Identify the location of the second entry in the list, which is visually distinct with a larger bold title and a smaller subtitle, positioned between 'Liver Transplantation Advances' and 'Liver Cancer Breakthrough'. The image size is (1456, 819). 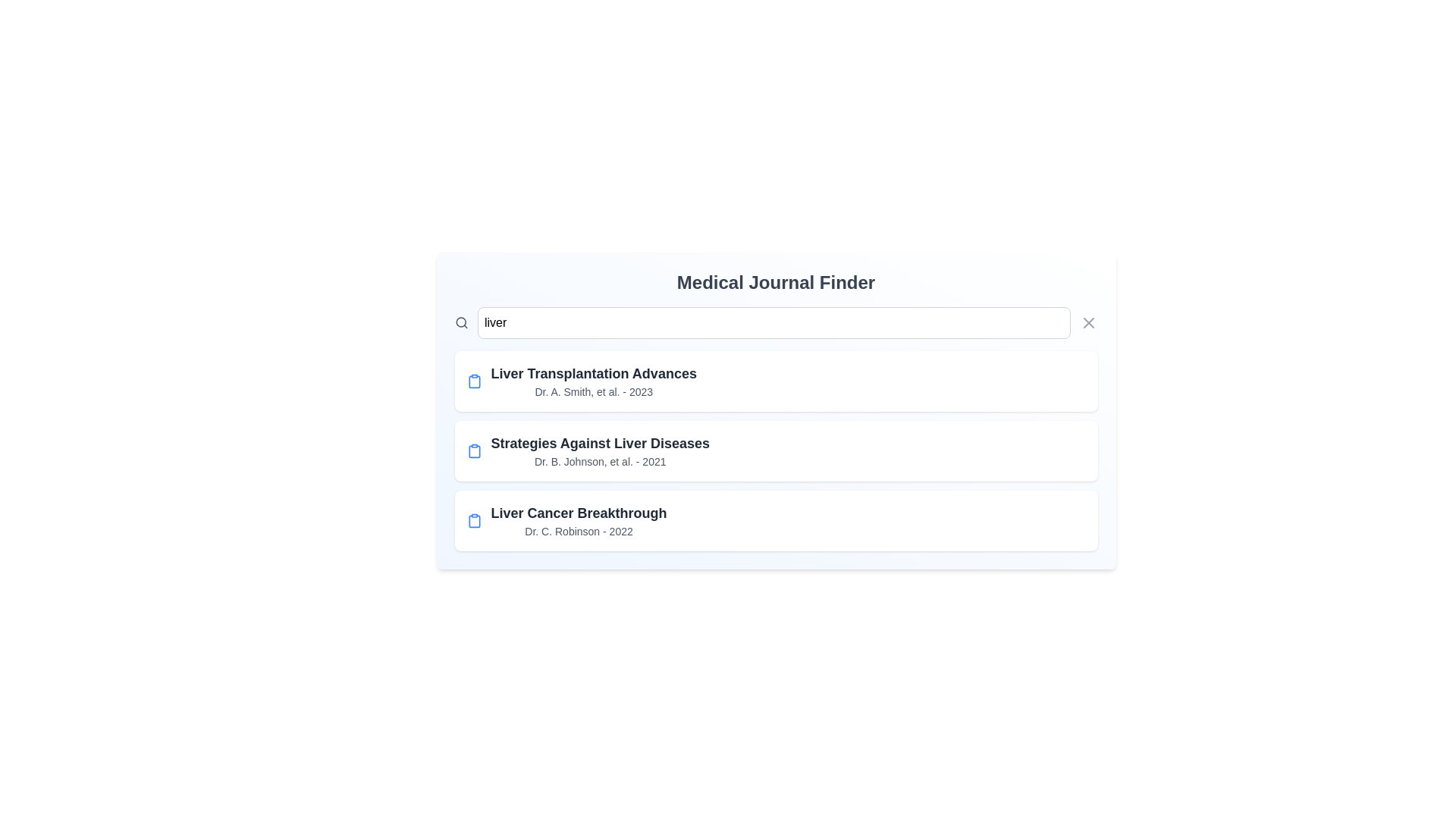
(776, 450).